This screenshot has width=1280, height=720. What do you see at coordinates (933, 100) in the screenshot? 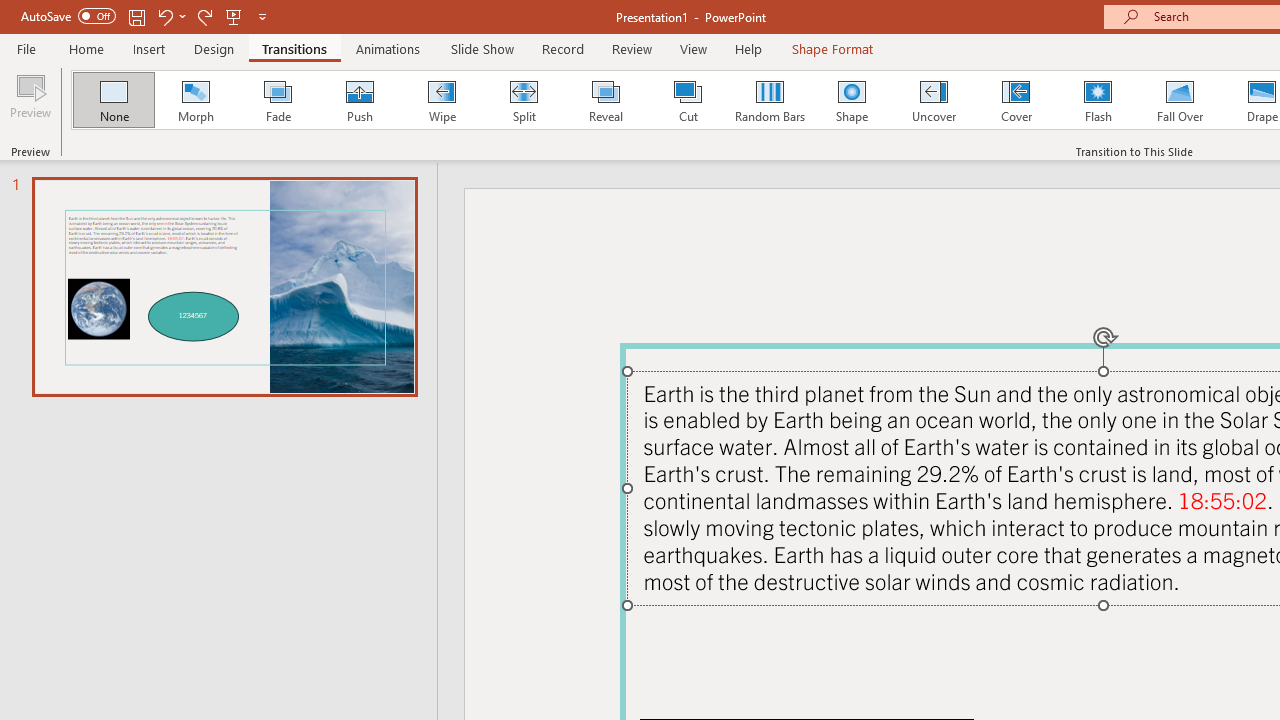
I see `'Uncover'` at bounding box center [933, 100].